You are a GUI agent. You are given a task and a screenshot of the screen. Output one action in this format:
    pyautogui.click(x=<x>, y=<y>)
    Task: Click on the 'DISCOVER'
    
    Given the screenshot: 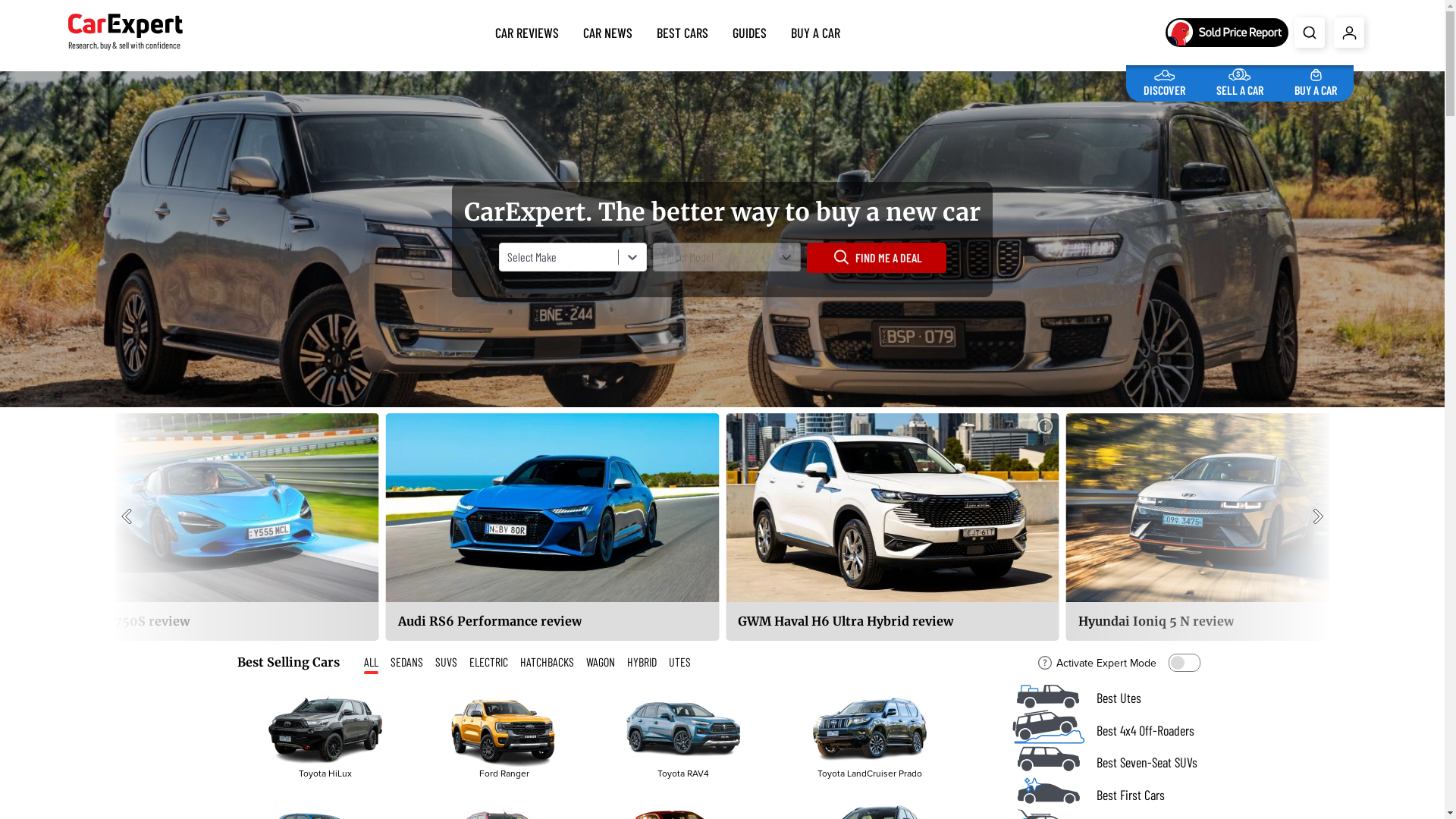 What is the action you would take?
    pyautogui.click(x=1163, y=80)
    